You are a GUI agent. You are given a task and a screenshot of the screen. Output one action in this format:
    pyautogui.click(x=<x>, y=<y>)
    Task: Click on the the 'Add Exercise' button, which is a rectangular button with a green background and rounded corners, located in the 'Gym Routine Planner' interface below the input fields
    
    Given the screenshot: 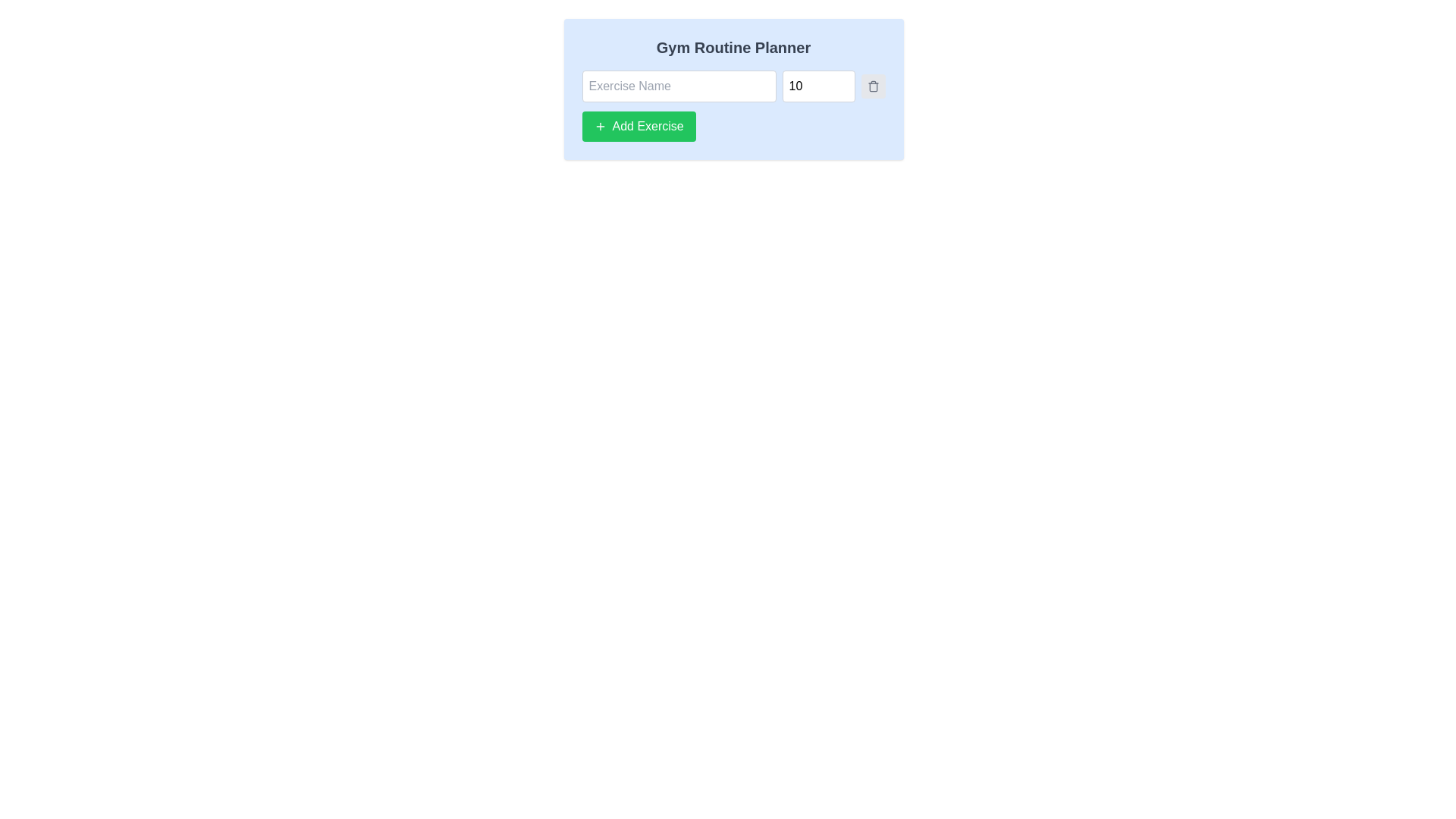 What is the action you would take?
    pyautogui.click(x=639, y=125)
    